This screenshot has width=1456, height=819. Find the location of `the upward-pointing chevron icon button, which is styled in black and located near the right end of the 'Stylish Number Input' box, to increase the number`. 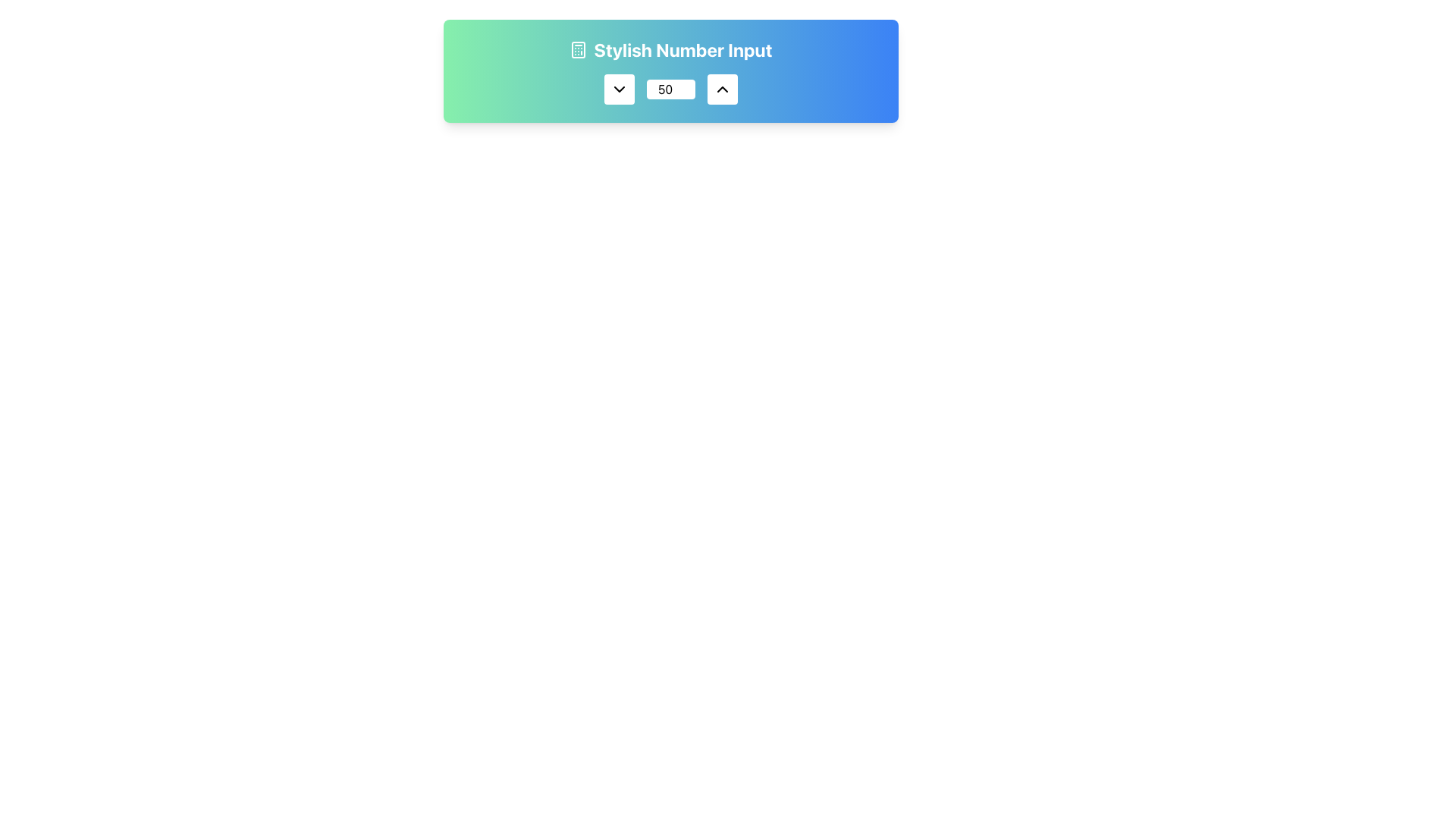

the upward-pointing chevron icon button, which is styled in black and located near the right end of the 'Stylish Number Input' box, to increase the number is located at coordinates (722, 89).